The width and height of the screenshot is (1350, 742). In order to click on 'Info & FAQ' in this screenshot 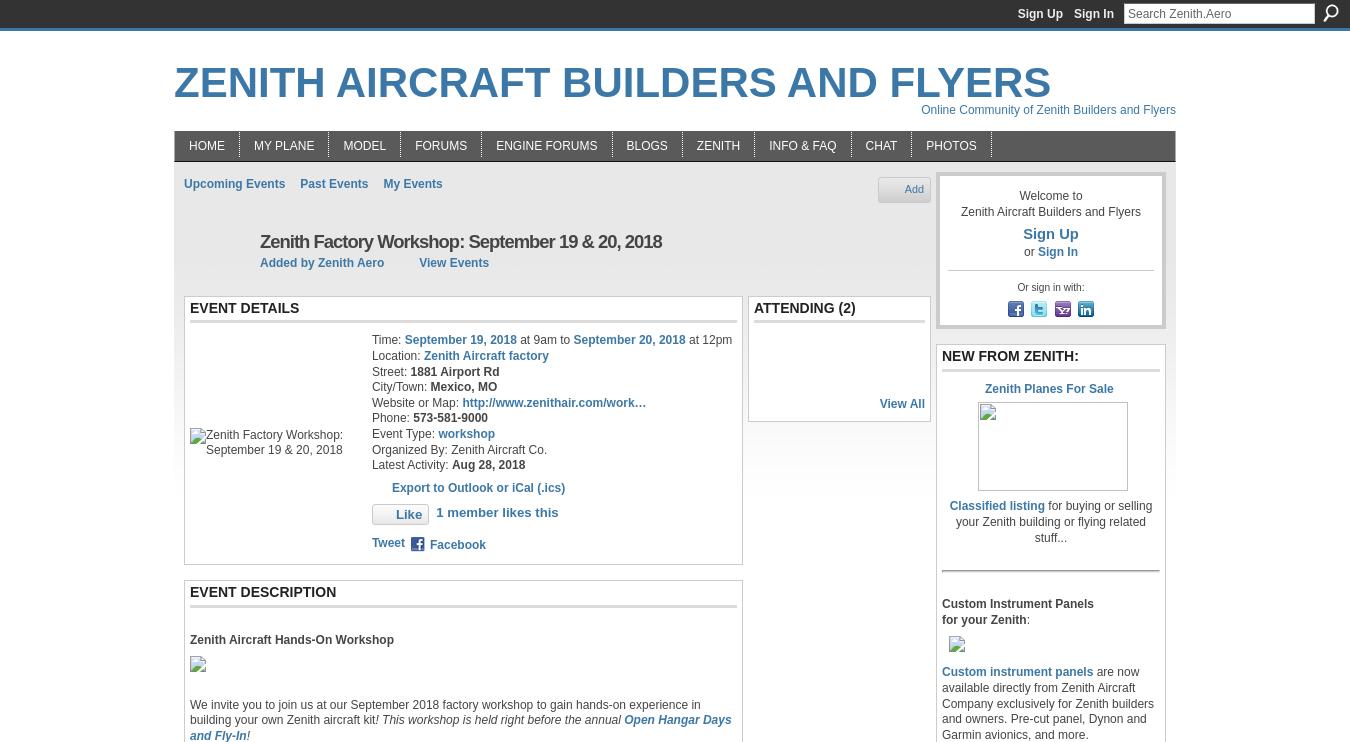, I will do `click(802, 144)`.